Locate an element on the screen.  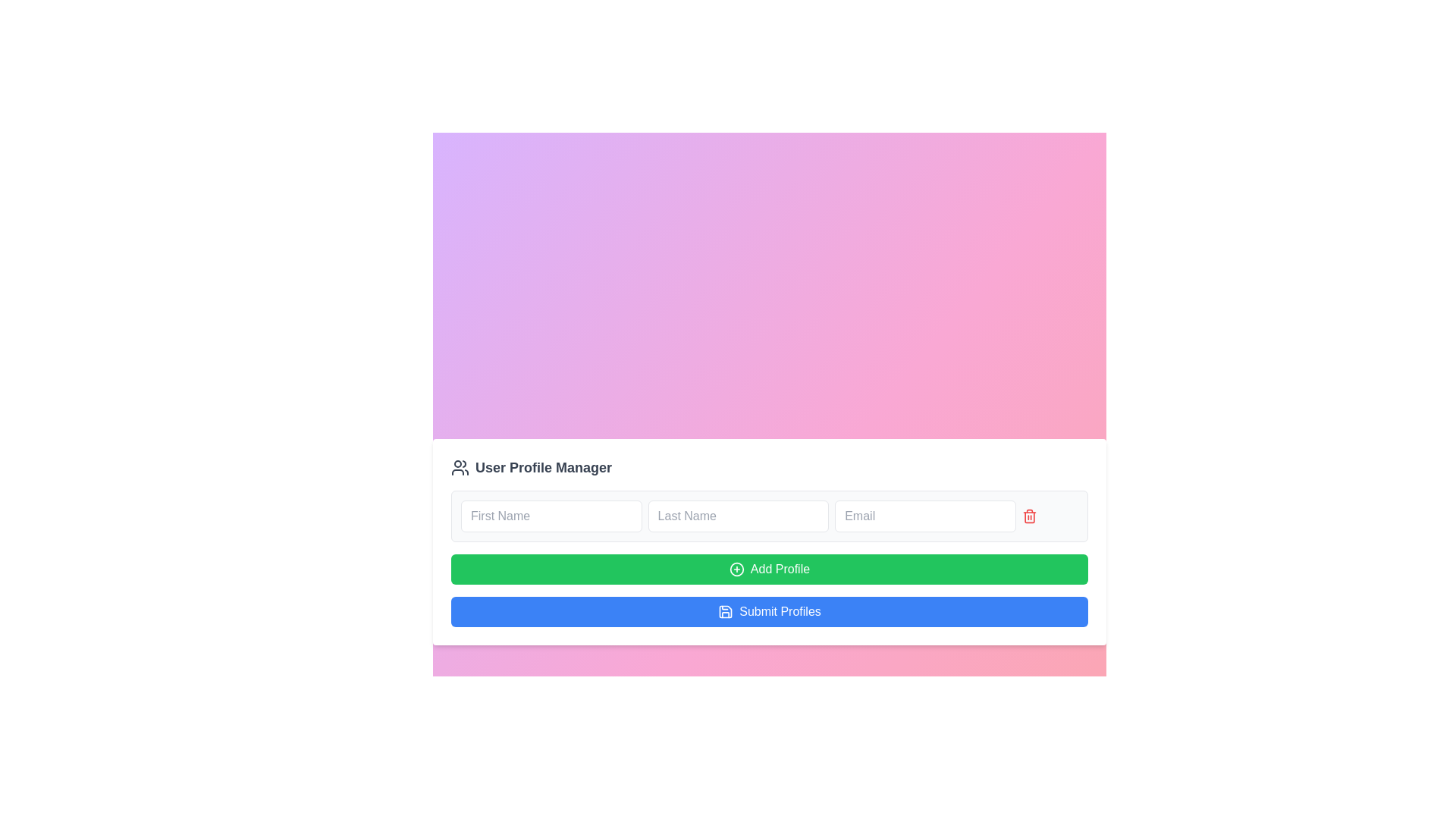
the 'Submit Profiles' button by clicking on its text, which is accompanied by a small floppy disk icon on the left side is located at coordinates (725, 610).